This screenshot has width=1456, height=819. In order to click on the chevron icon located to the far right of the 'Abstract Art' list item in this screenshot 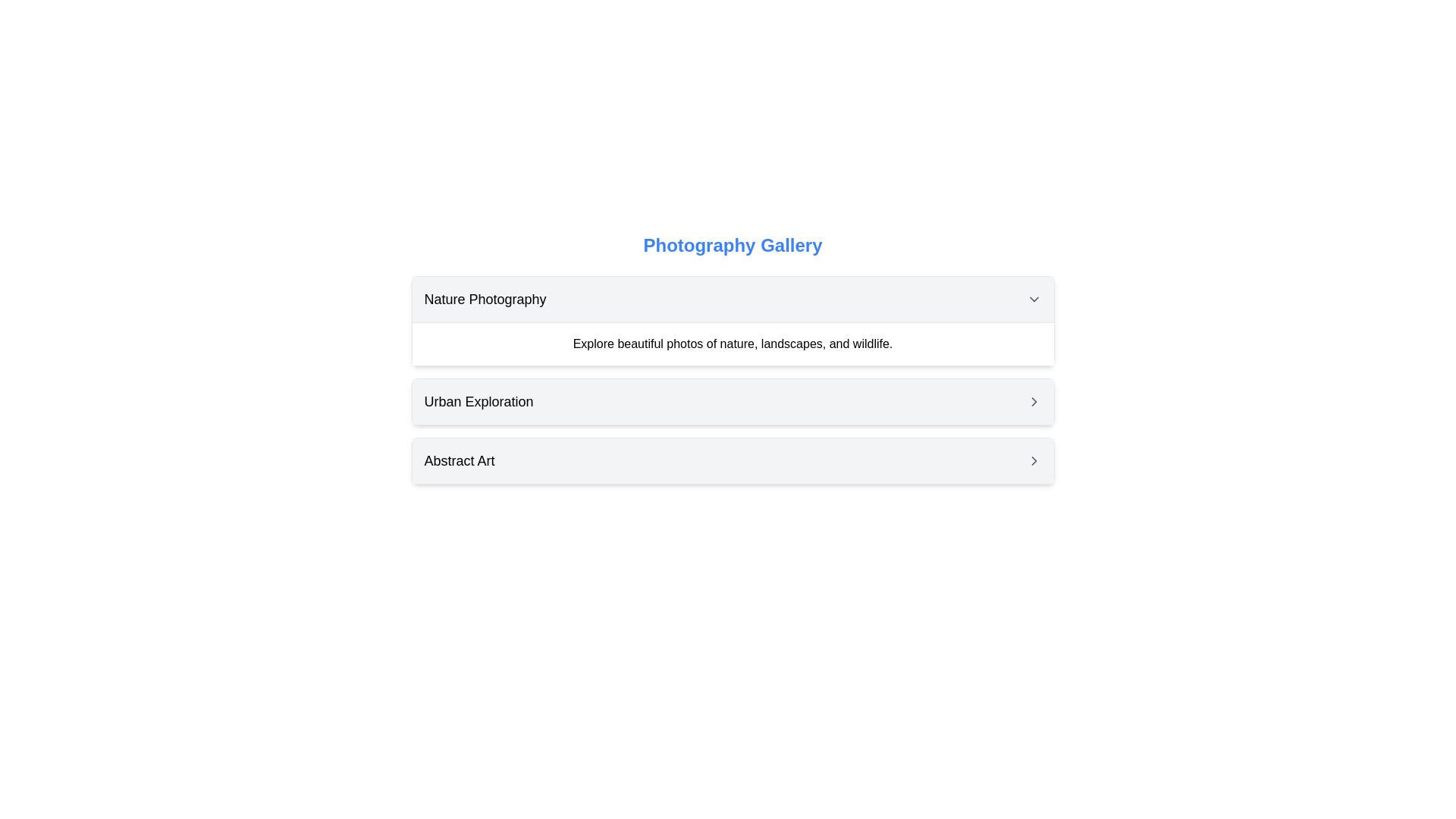, I will do `click(1033, 460)`.